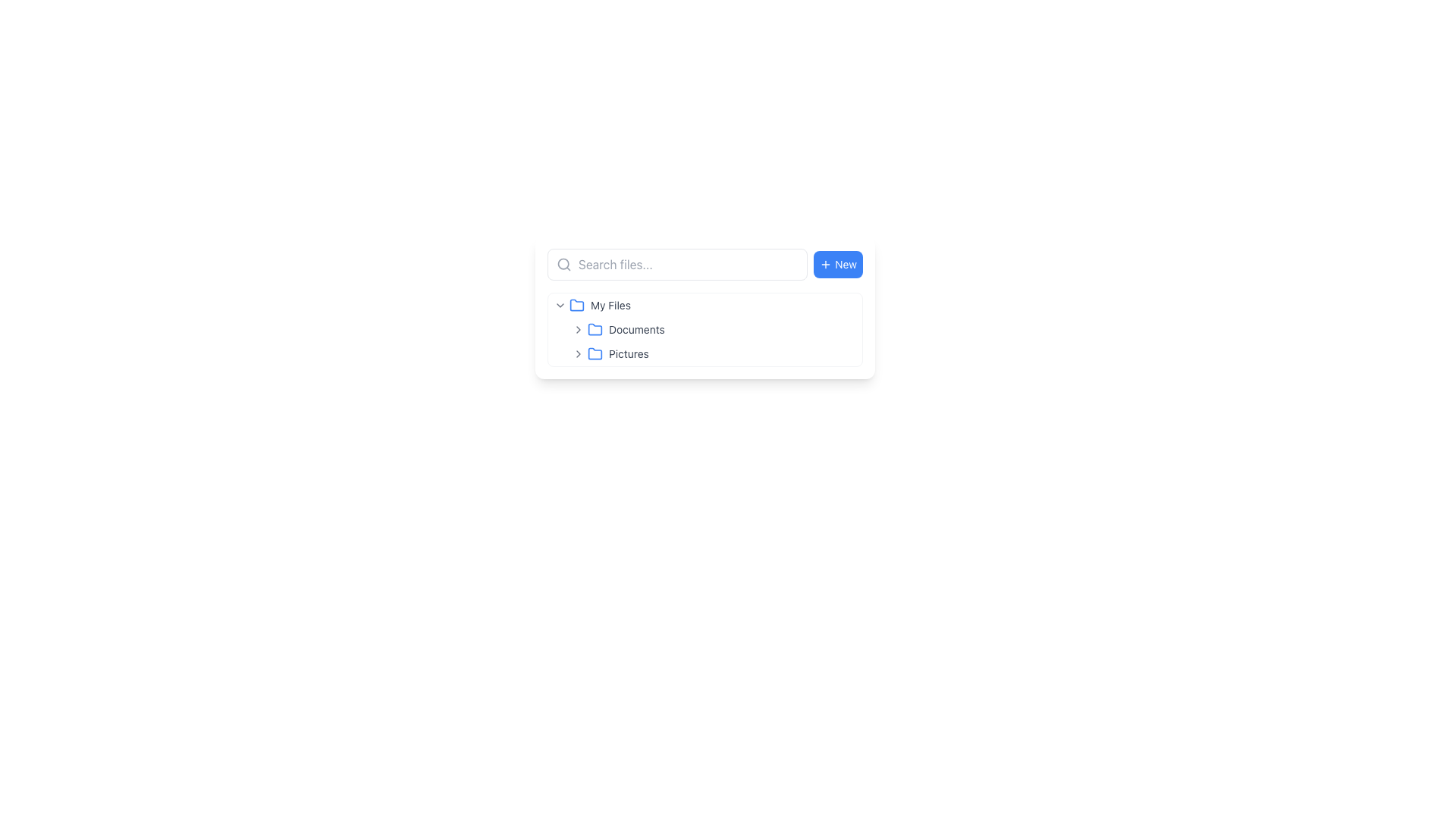 The width and height of the screenshot is (1456, 819). What do you see at coordinates (610, 305) in the screenshot?
I see `the 'My Files' text label` at bounding box center [610, 305].